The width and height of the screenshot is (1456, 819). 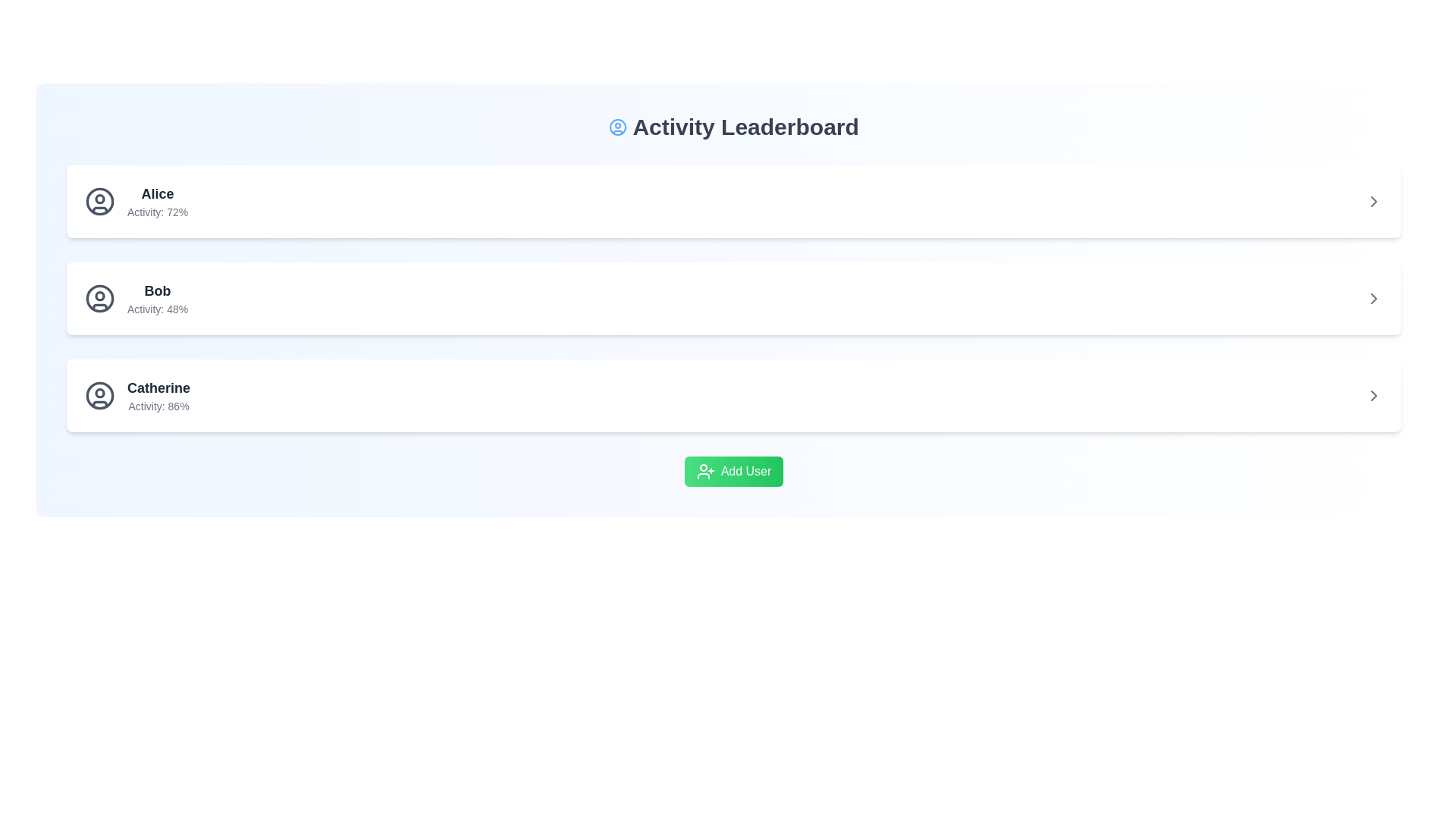 I want to click on text content of the Informative card displaying user-specific information for 'Alice' including her activity percentage of '72%', which is the first entry in the 'Activity Leaderboard' list, so click(x=136, y=201).